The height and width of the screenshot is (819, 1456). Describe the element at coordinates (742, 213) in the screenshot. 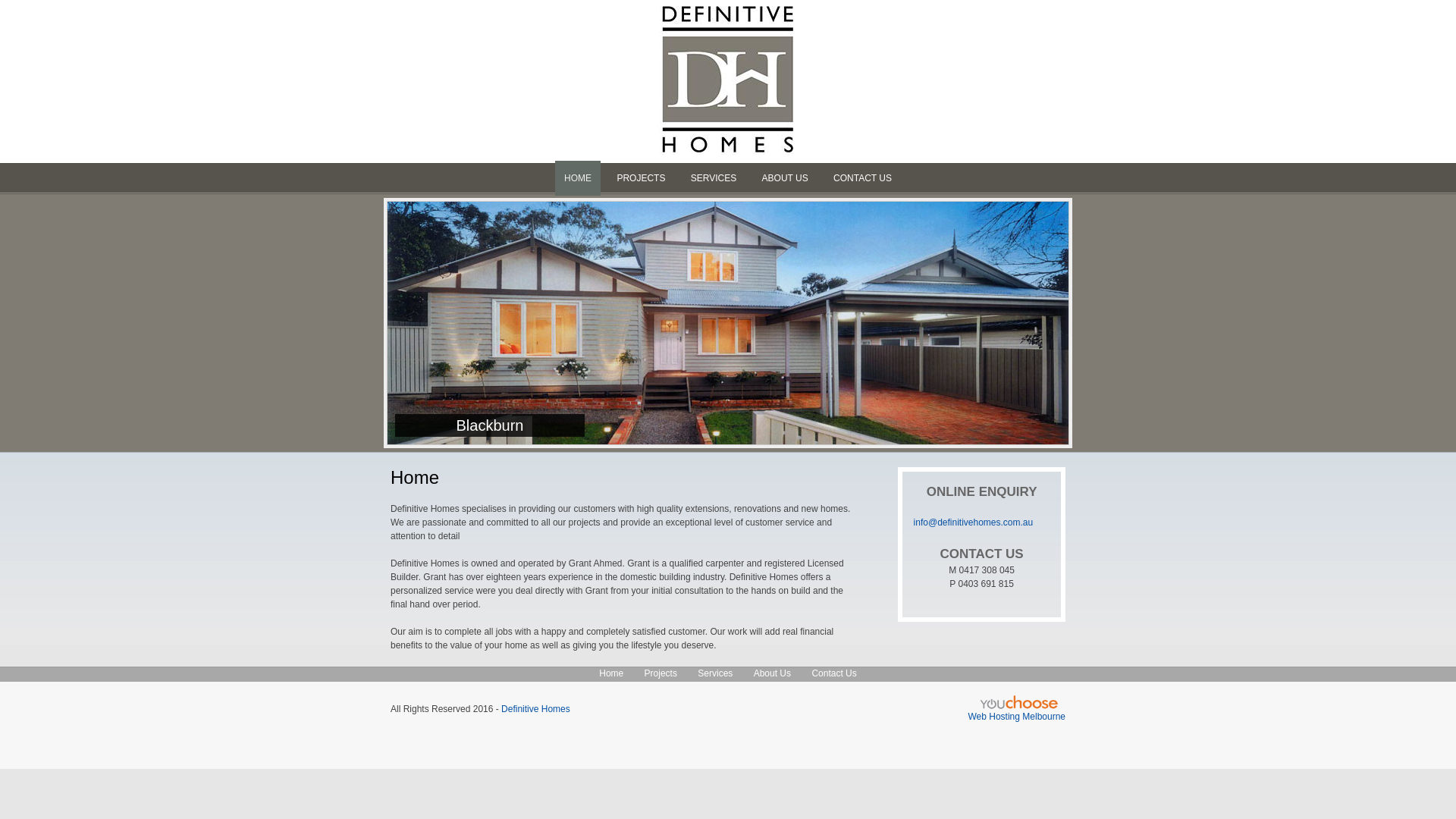

I see `'4'` at that location.